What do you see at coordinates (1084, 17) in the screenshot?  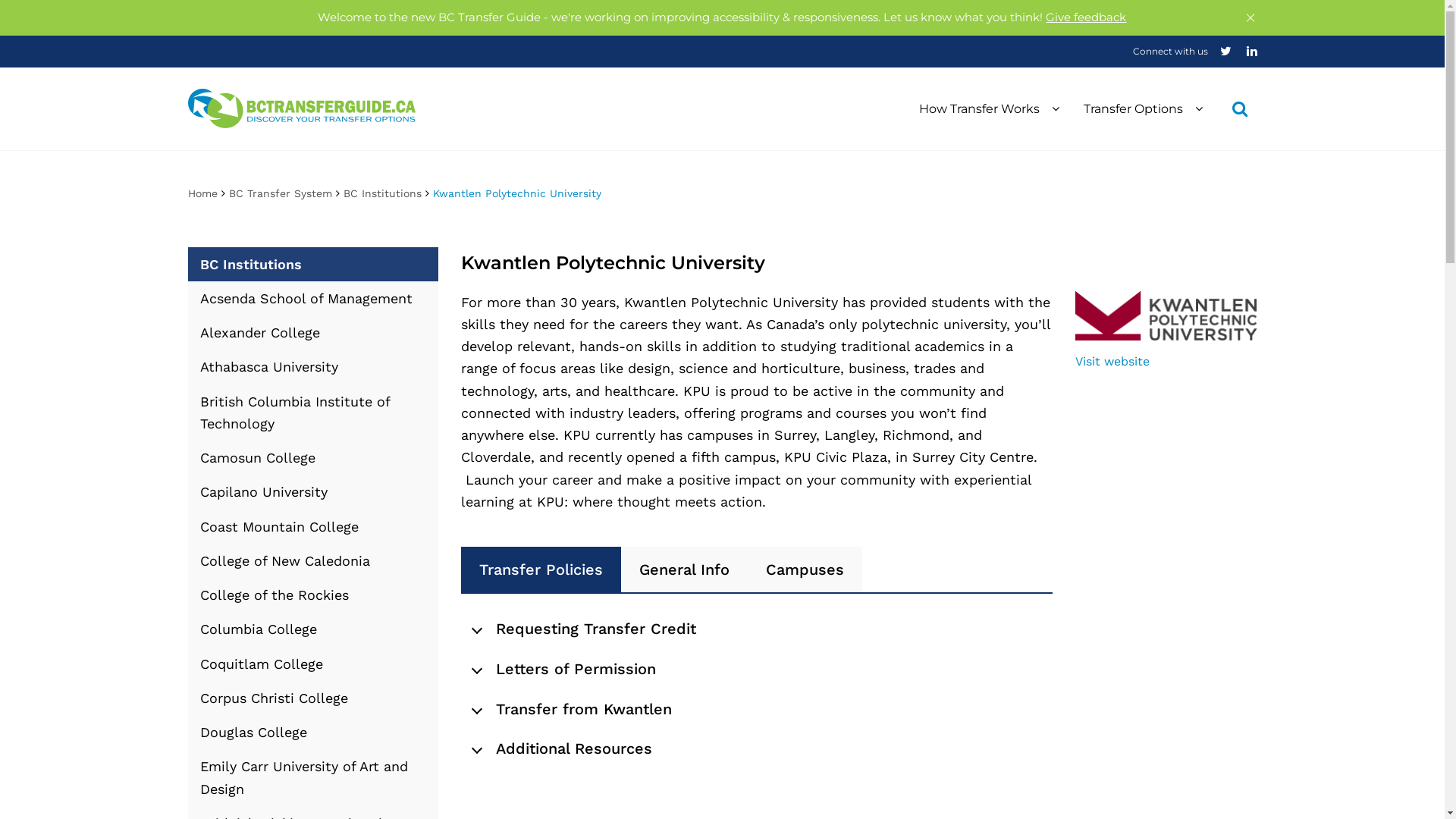 I see `'Give feedback'` at bounding box center [1084, 17].